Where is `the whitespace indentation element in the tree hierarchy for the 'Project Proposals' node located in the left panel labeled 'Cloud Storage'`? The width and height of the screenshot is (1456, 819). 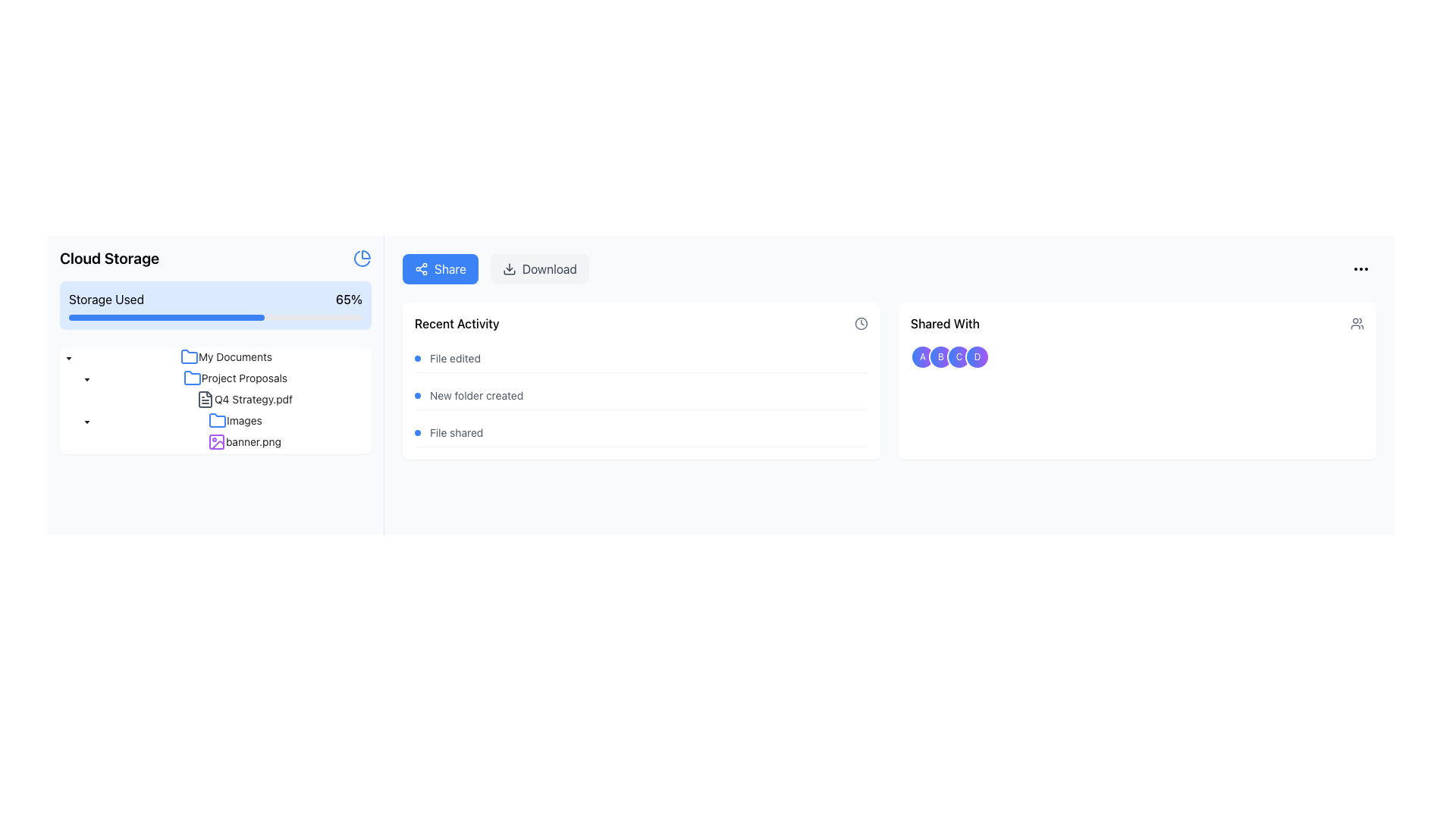 the whitespace indentation element in the tree hierarchy for the 'Project Proposals' node located in the left panel labeled 'Cloud Storage' is located at coordinates (68, 377).